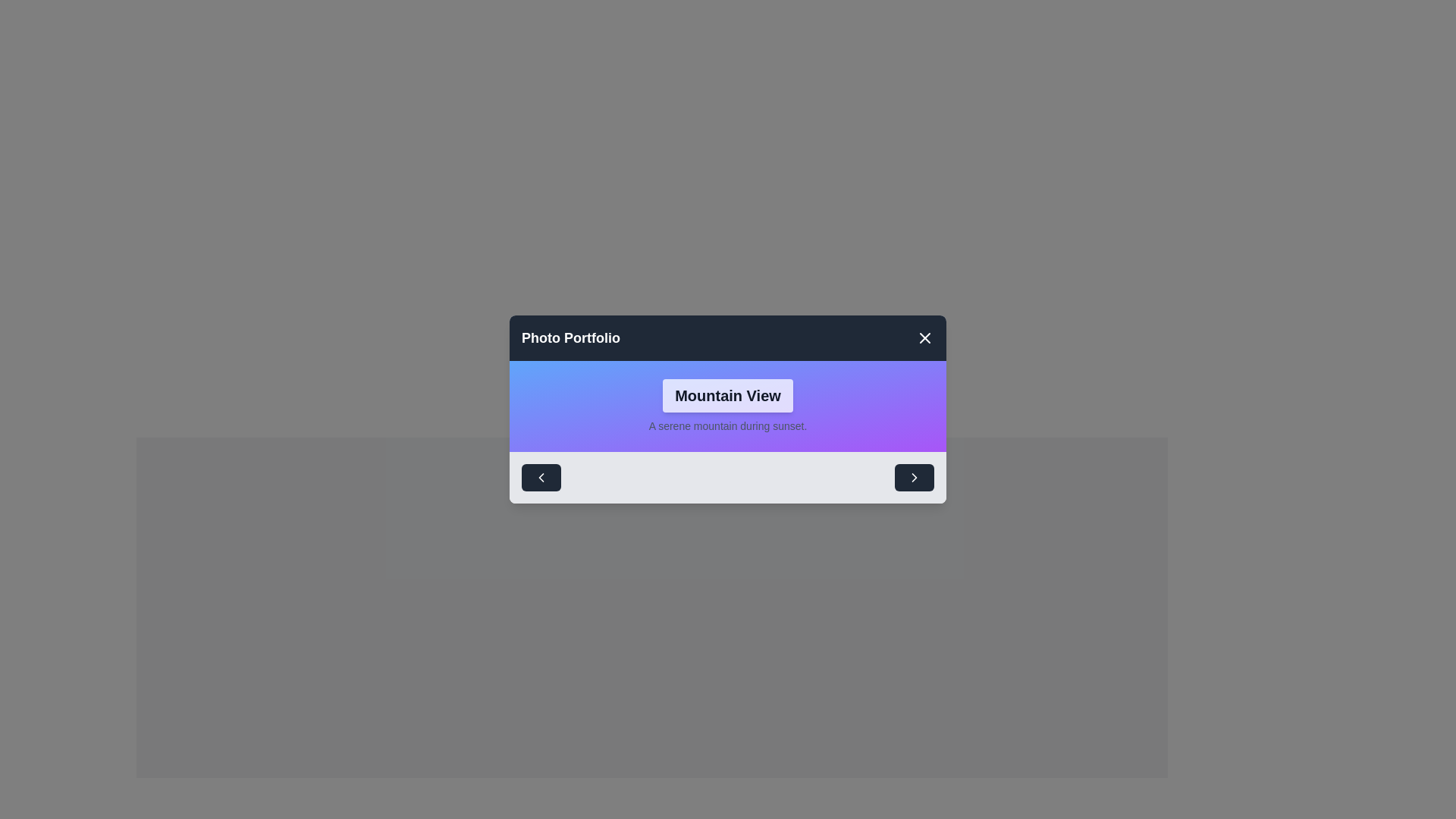 The width and height of the screenshot is (1456, 819). What do you see at coordinates (570, 337) in the screenshot?
I see `the text label displaying the title or name of the section located at the top-left corner of the modal dialog box` at bounding box center [570, 337].